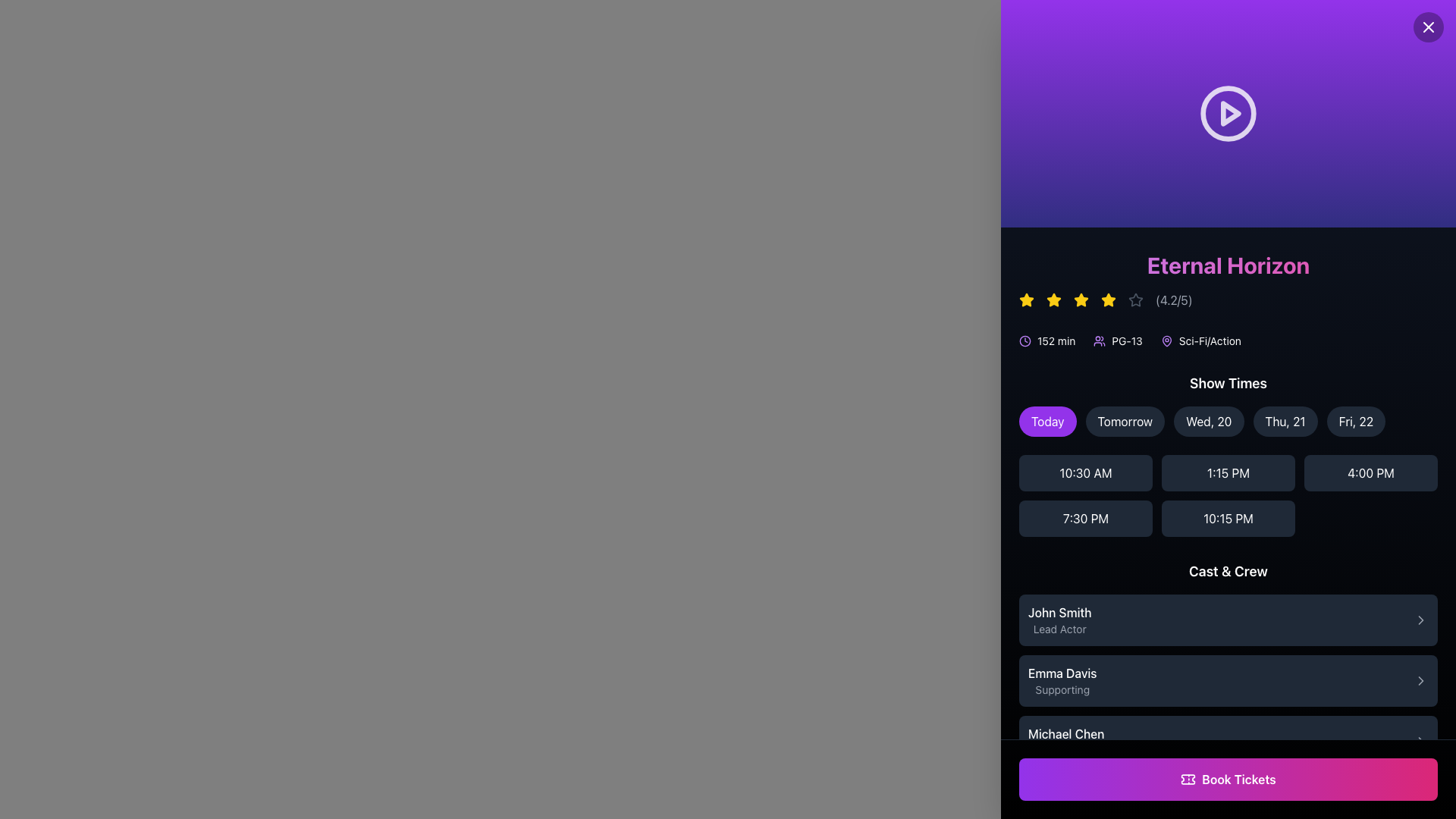  I want to click on the 'Book Tickets' text label within the button element that has a gradient background and rounded corners, so click(1238, 780).